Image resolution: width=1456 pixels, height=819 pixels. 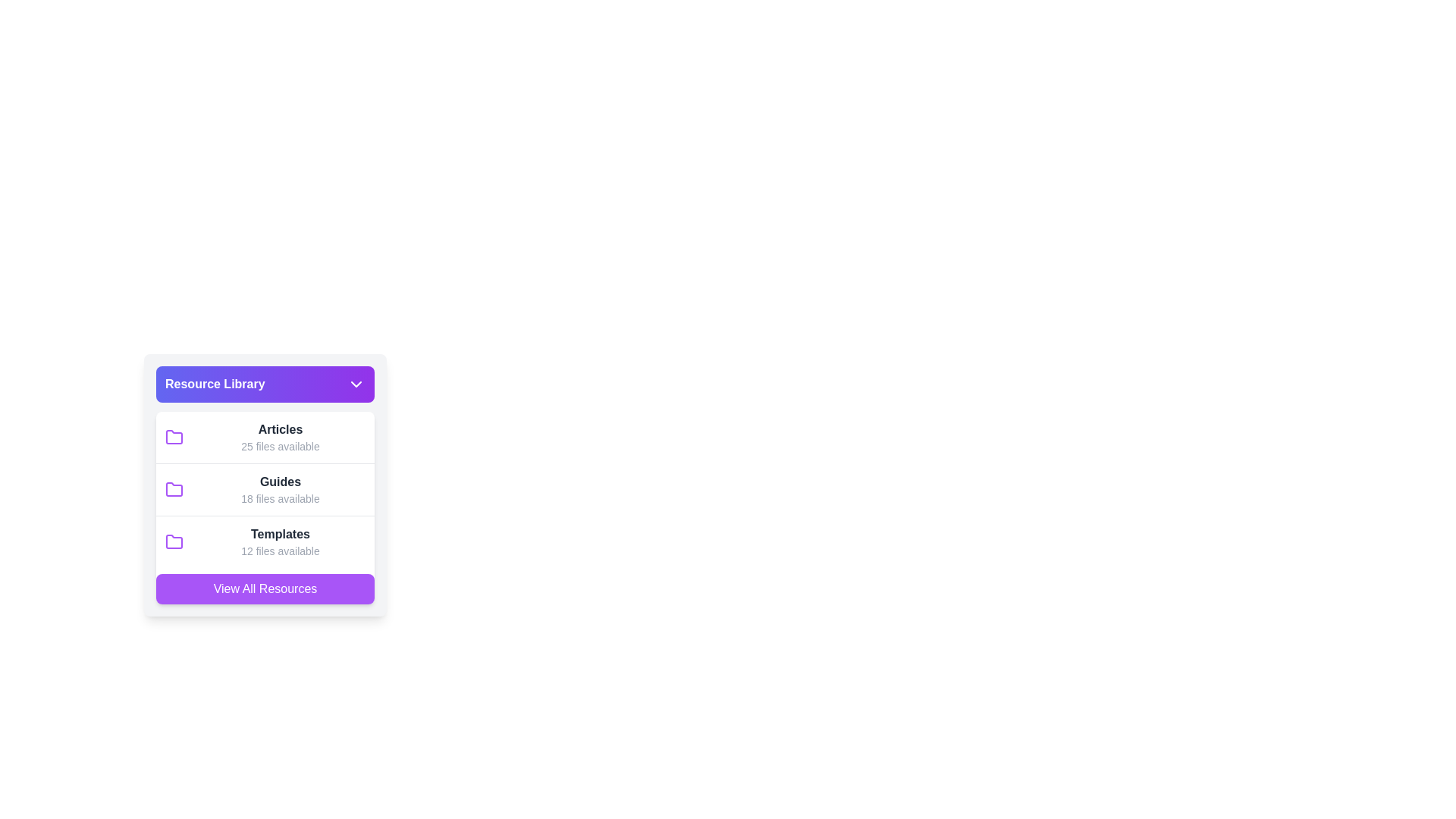 I want to click on the folder icon with a purple outline located to the left of the 'Guides' text in the resources list, directly below the 'Articles' folder, so click(x=174, y=489).